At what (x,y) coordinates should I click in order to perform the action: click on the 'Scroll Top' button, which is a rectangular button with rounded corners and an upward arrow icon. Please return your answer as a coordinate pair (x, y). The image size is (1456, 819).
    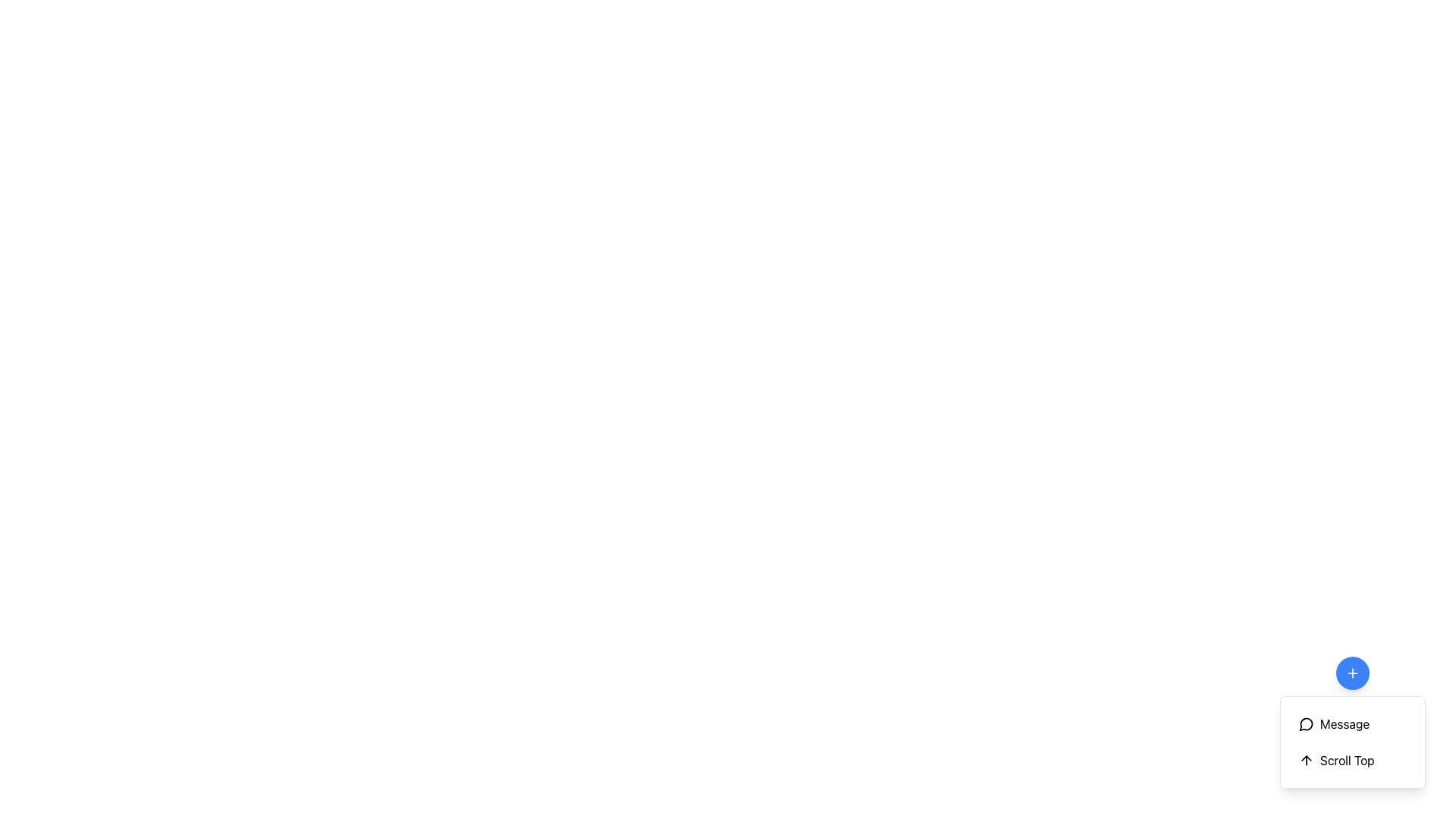
    Looking at the image, I should click on (1353, 760).